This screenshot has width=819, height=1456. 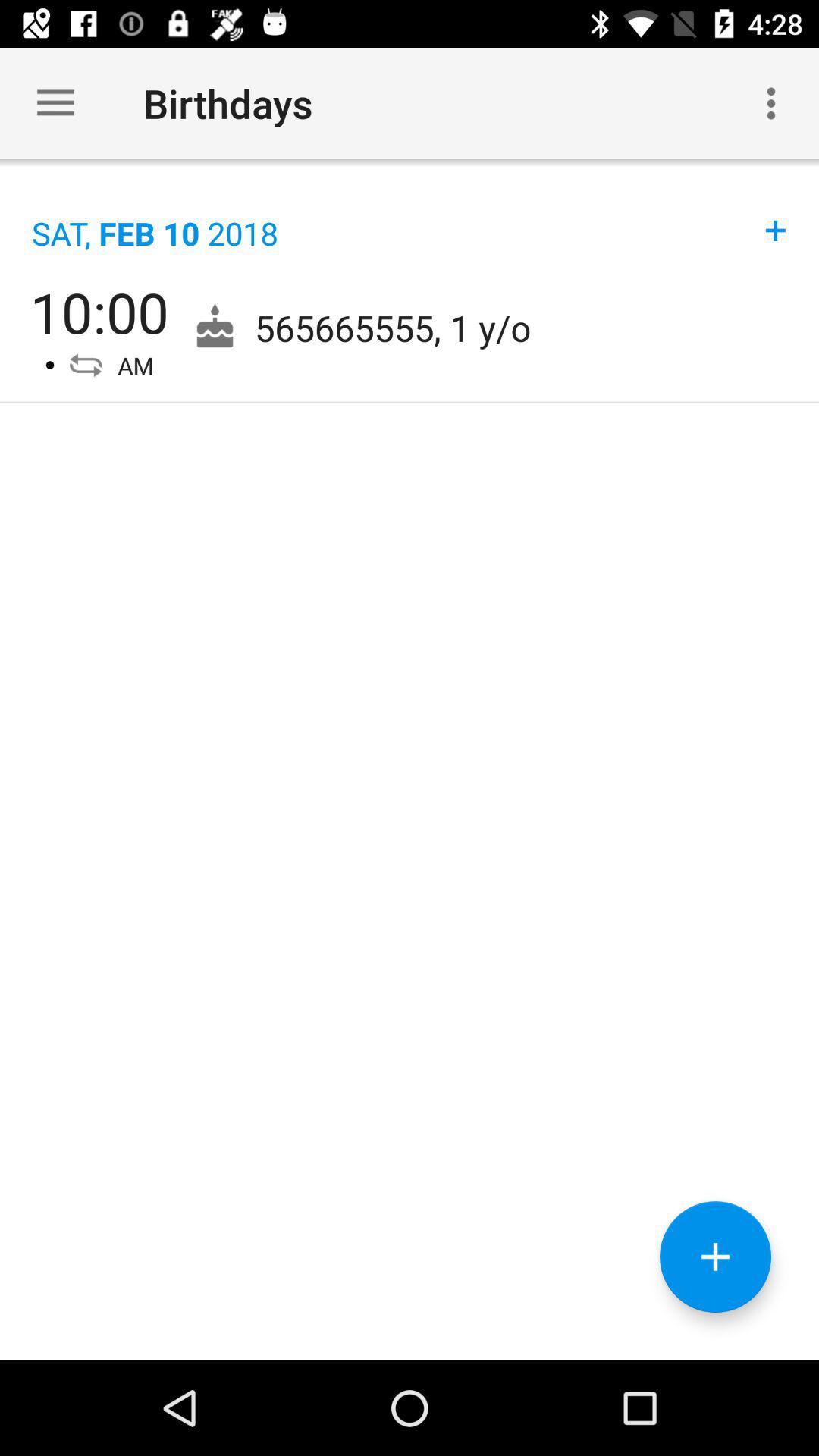 I want to click on a new birthday date, so click(x=715, y=1257).